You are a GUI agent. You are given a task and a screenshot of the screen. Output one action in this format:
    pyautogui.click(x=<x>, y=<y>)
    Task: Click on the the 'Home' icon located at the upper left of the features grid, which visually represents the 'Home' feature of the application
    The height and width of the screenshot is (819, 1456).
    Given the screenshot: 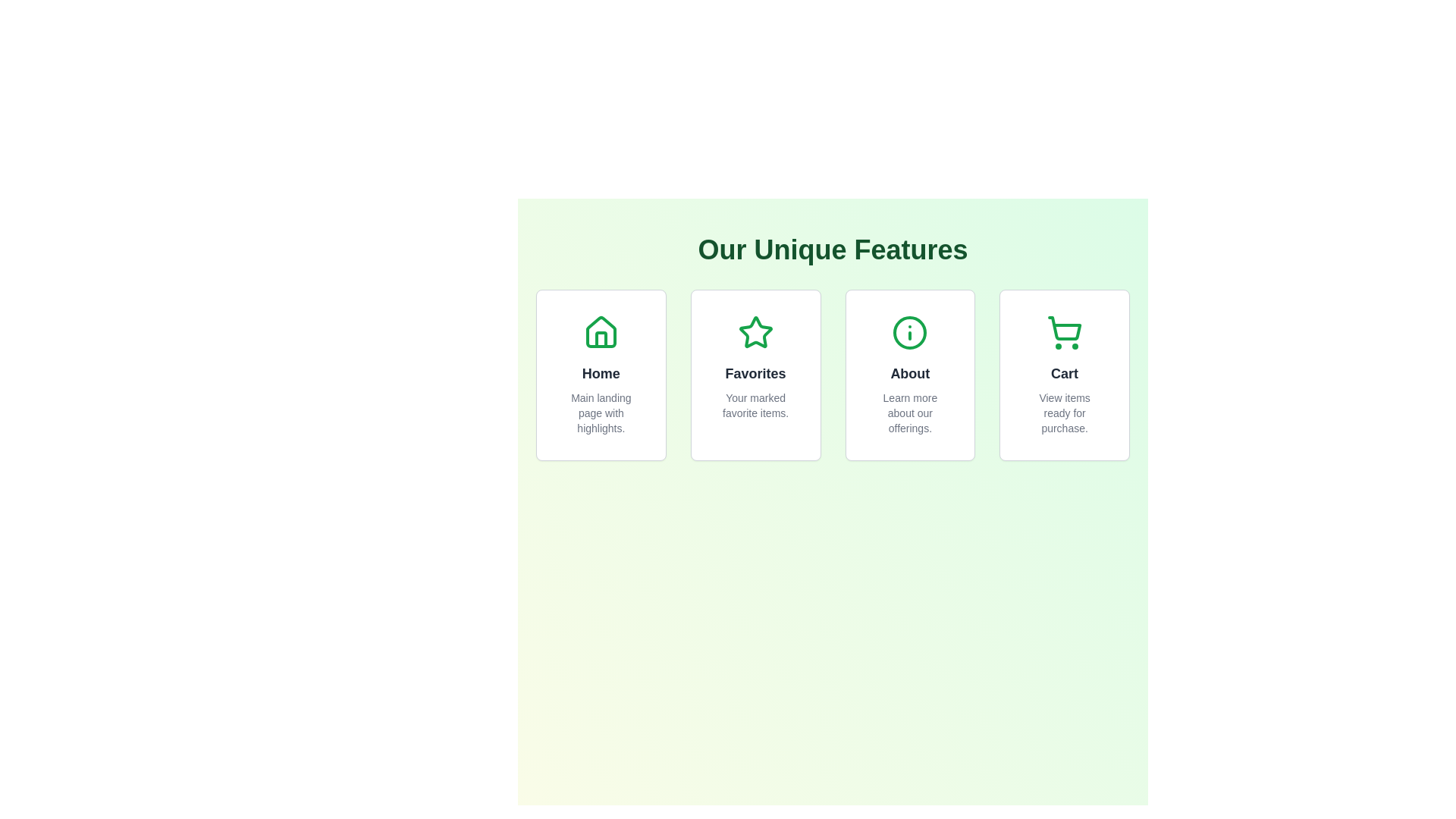 What is the action you would take?
    pyautogui.click(x=600, y=331)
    